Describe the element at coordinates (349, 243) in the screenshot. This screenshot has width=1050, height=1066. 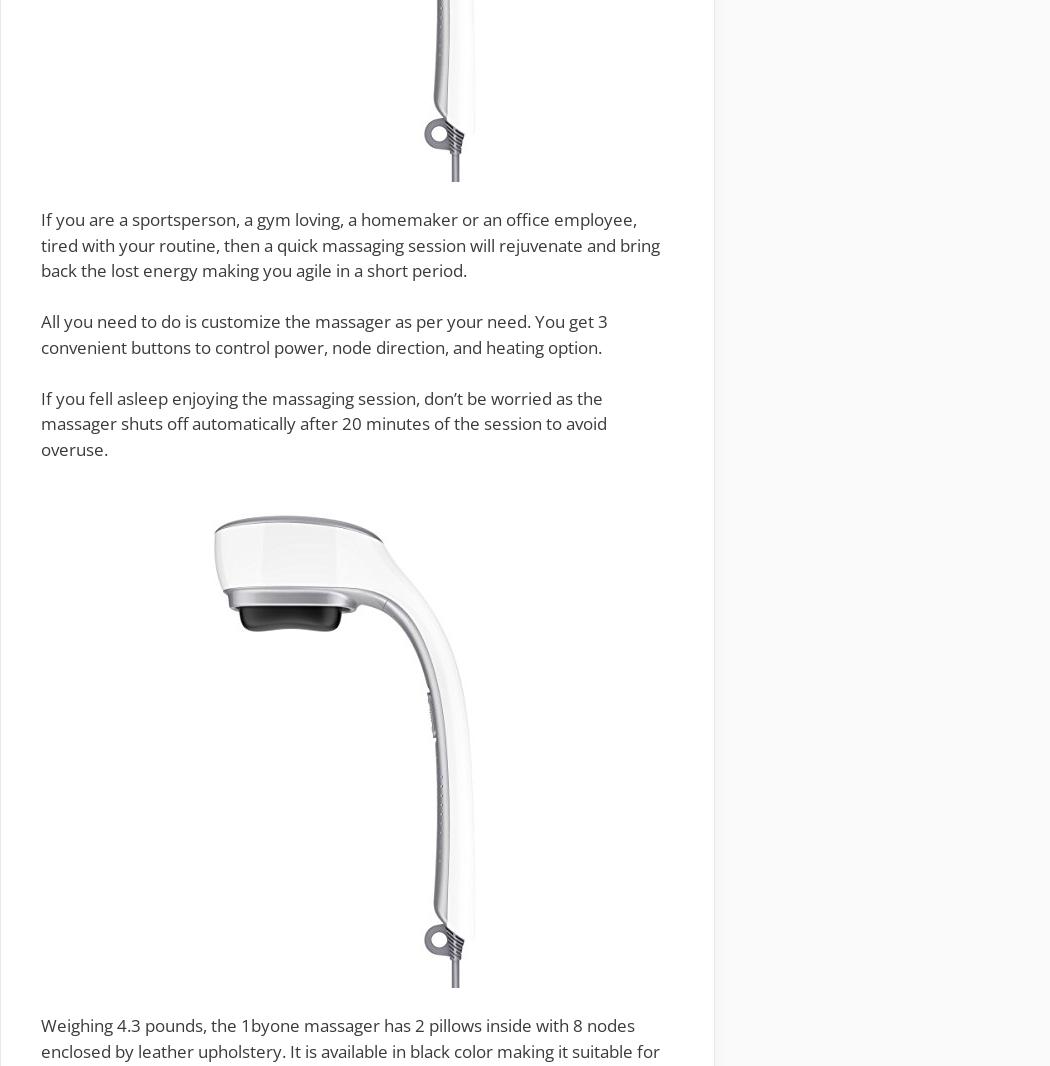
I see `'If you are a sportsperson, a gym loving, a homemaker or an office employee, tired with your routine, then a quick massaging session will rejuvenate and bring back the lost energy making you agile in a short period.'` at that location.